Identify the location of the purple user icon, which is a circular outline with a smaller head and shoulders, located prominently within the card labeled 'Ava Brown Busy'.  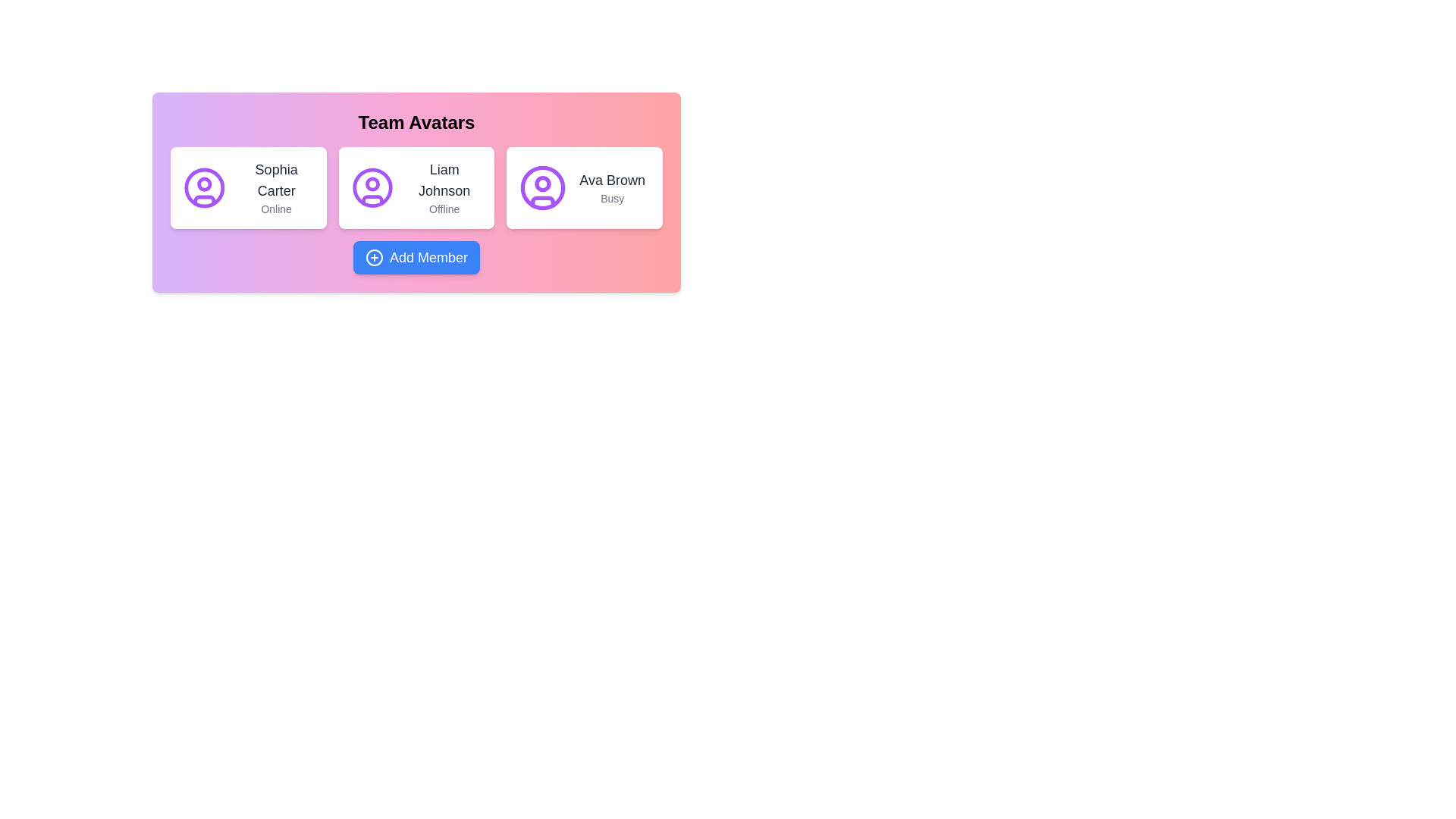
(543, 187).